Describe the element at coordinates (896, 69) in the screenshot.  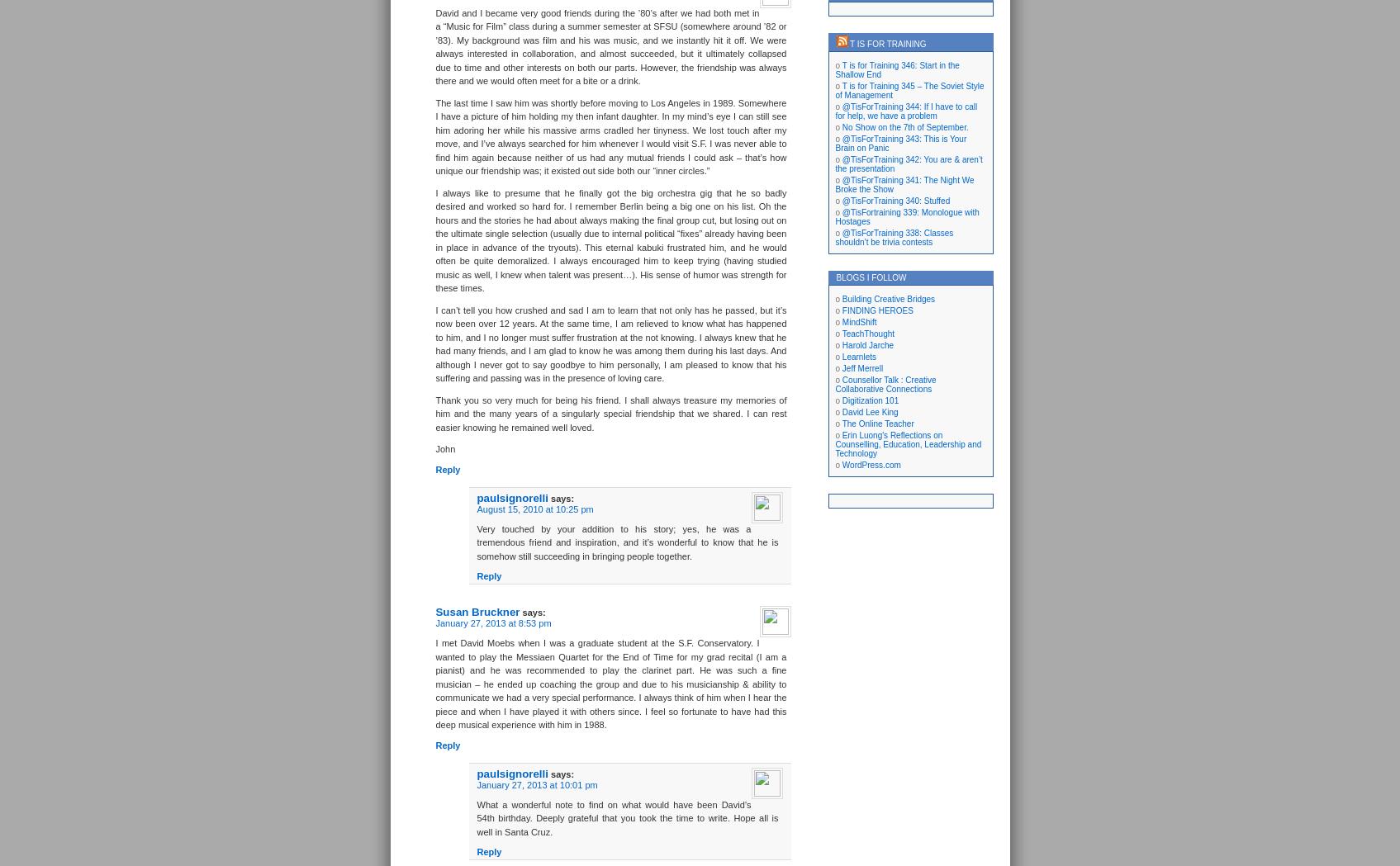
I see `'T is for Training 346: Start in the Shallow End'` at that location.